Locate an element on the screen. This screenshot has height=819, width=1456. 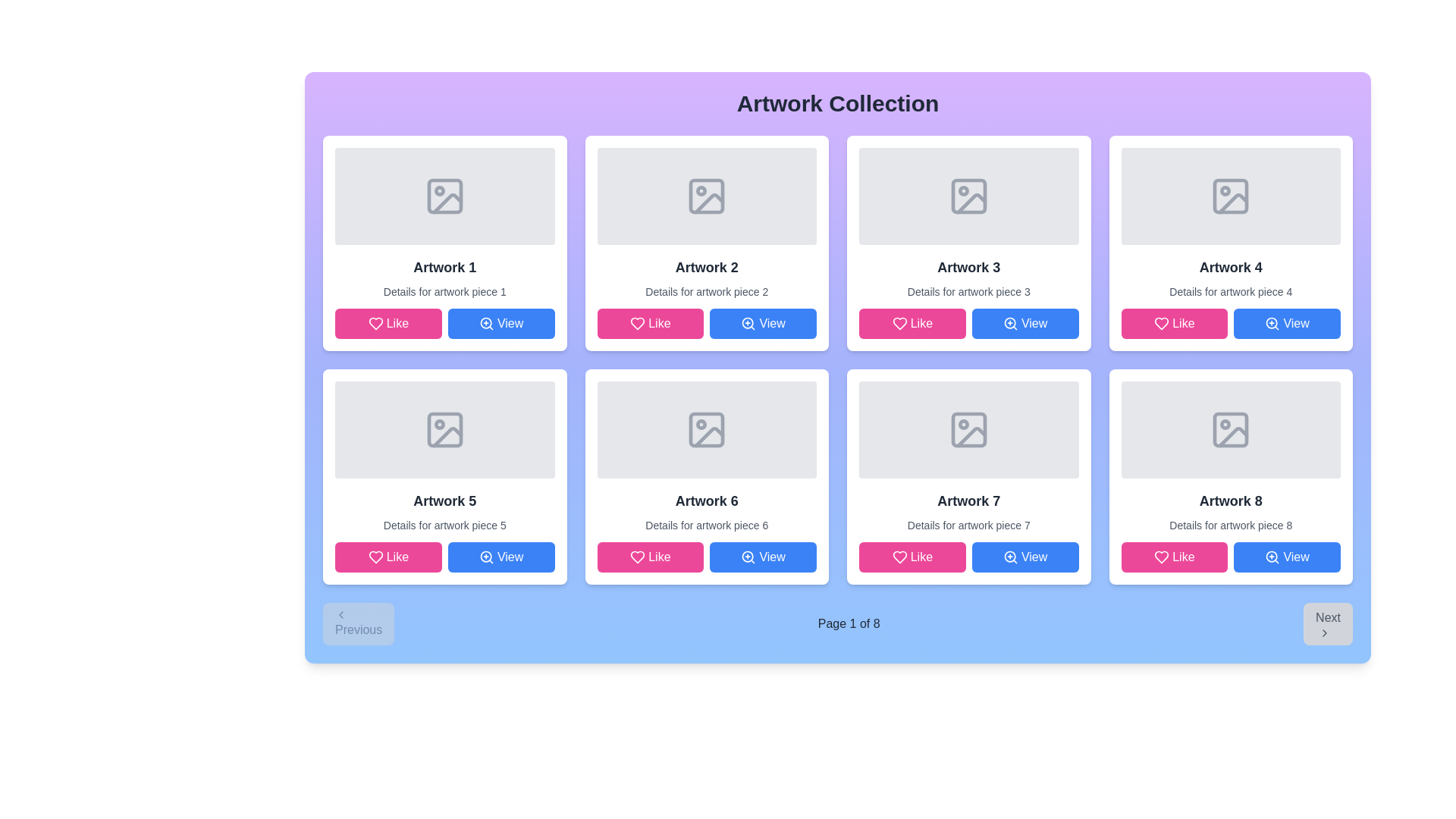
the heart-shaped icon within the 'Like' button to trigger the tooltip display is located at coordinates (375, 557).